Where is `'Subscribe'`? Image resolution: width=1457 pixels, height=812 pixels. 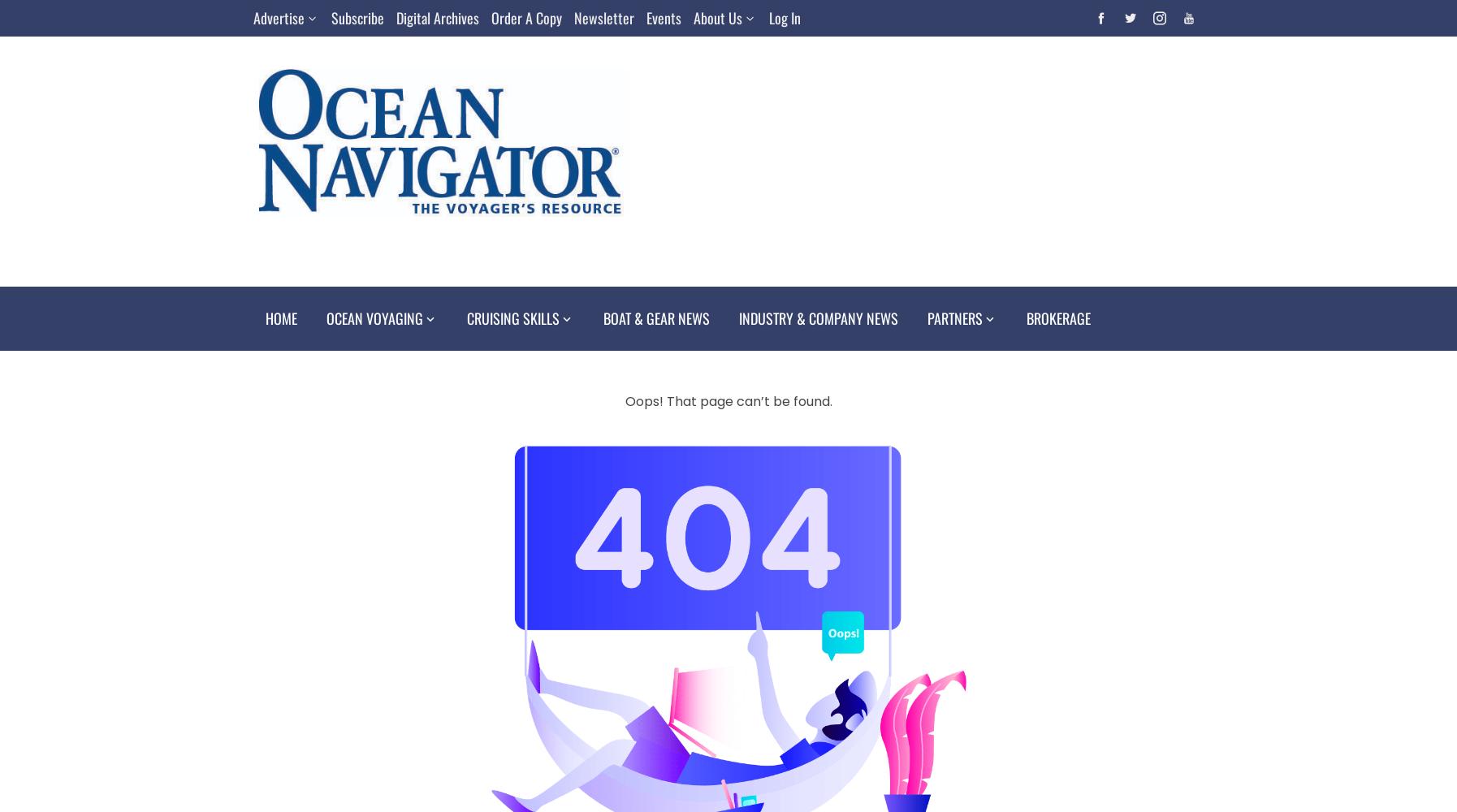 'Subscribe' is located at coordinates (357, 18).